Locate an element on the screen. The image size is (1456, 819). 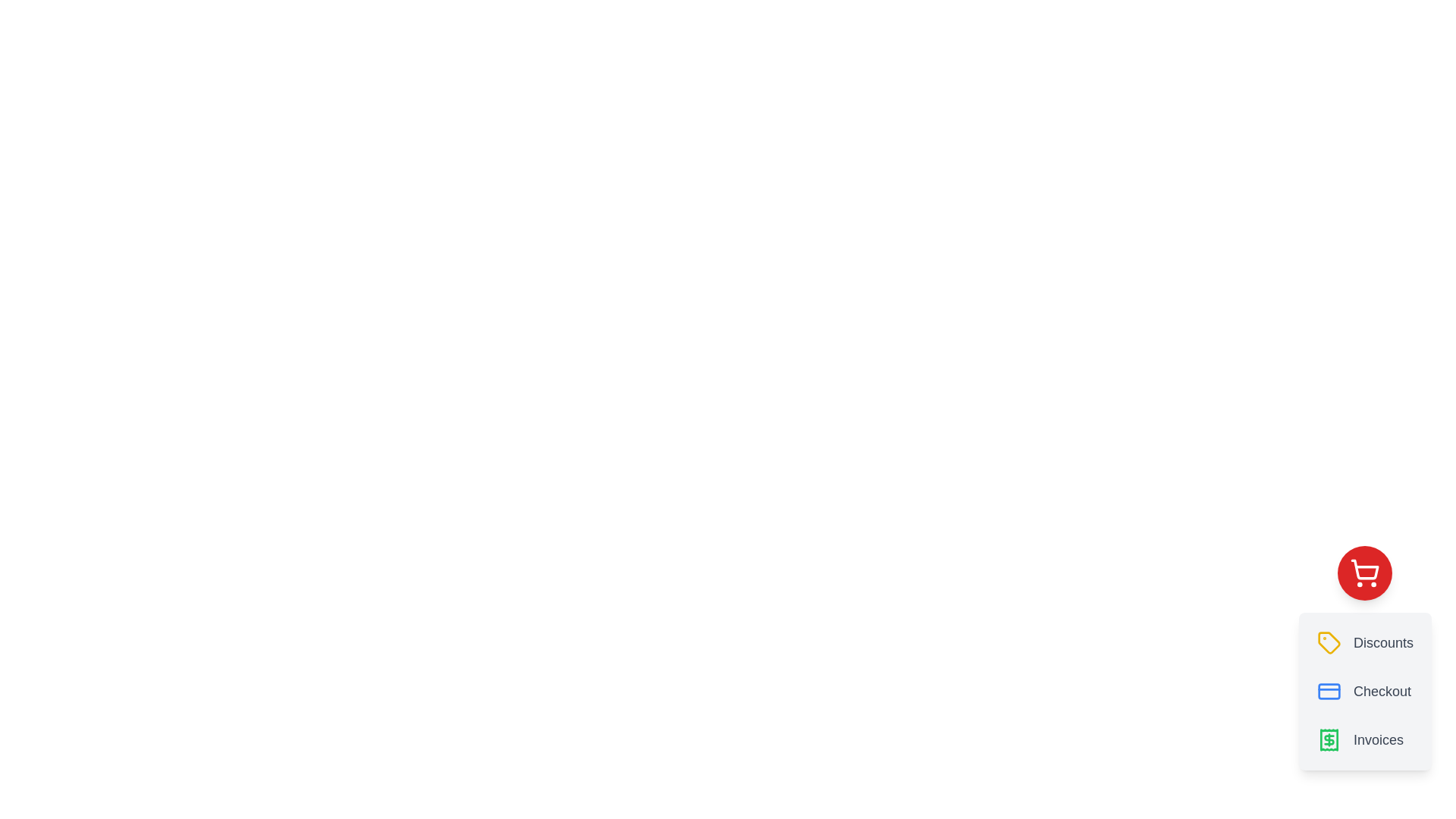
the button labeled Discounts to observe its hover effect or tooltip is located at coordinates (1365, 643).